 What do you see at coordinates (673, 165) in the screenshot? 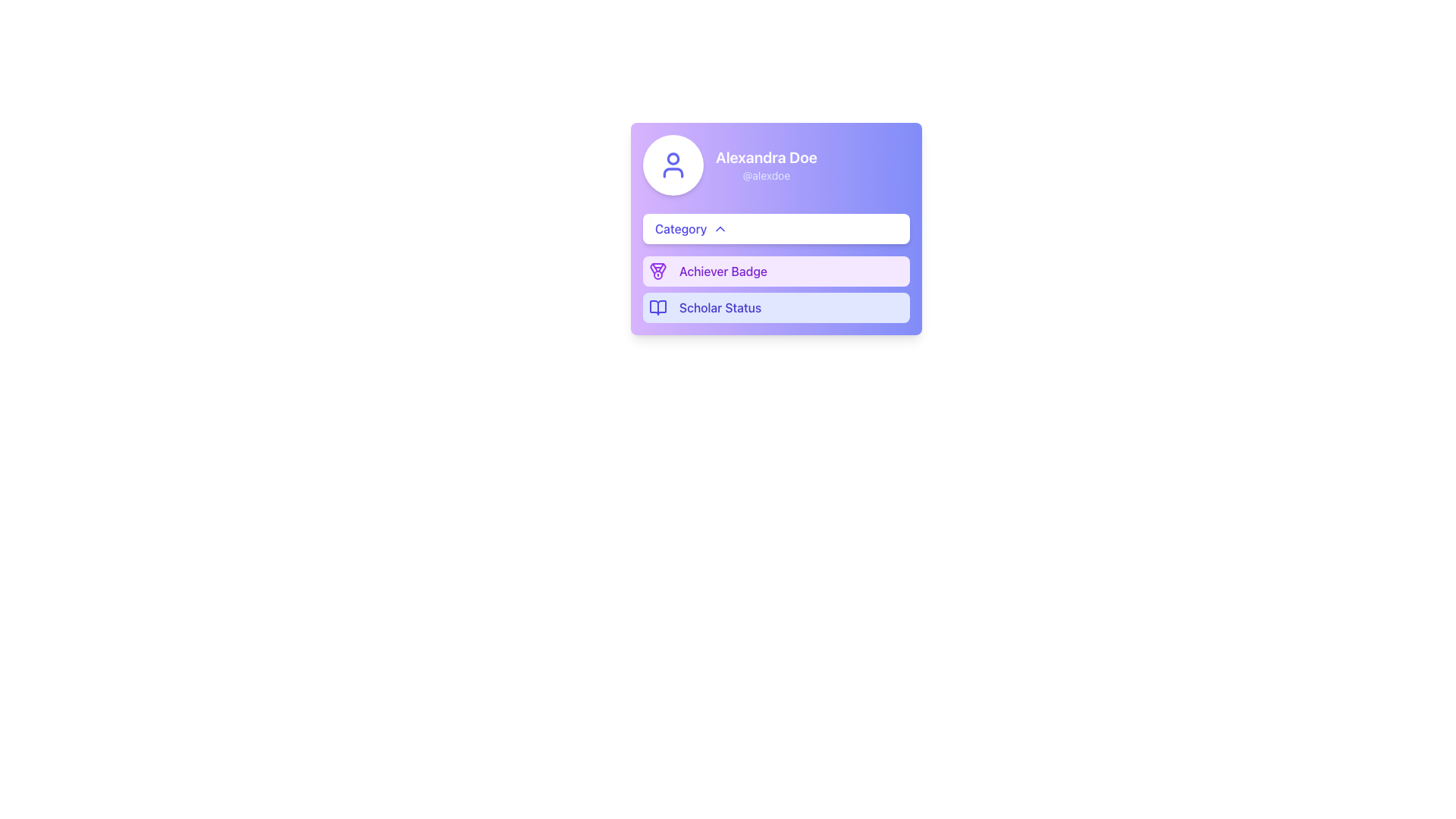
I see `SVG graphic representing the user's profile picture or avatar located at the top left of the card-like interface by clicking on it` at bounding box center [673, 165].